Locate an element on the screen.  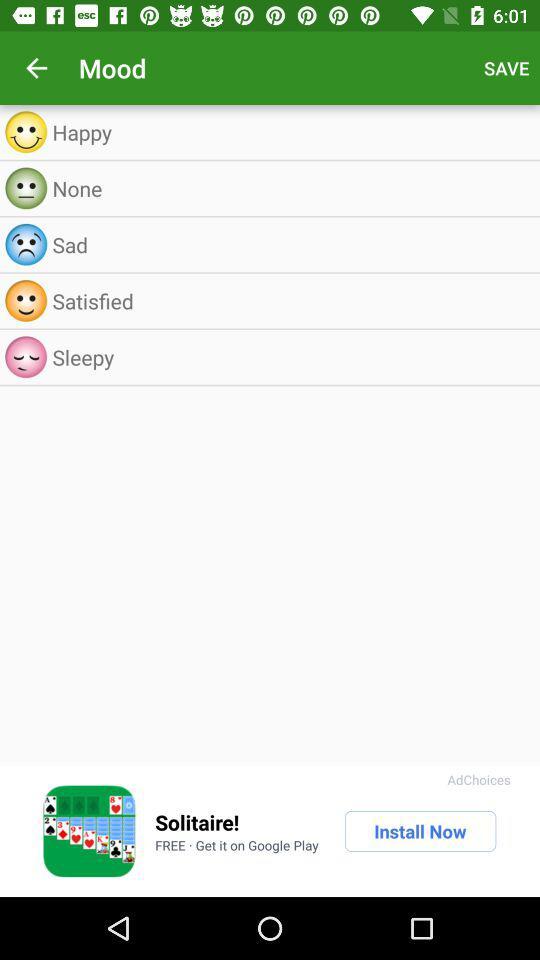
sleepy is located at coordinates (290, 357).